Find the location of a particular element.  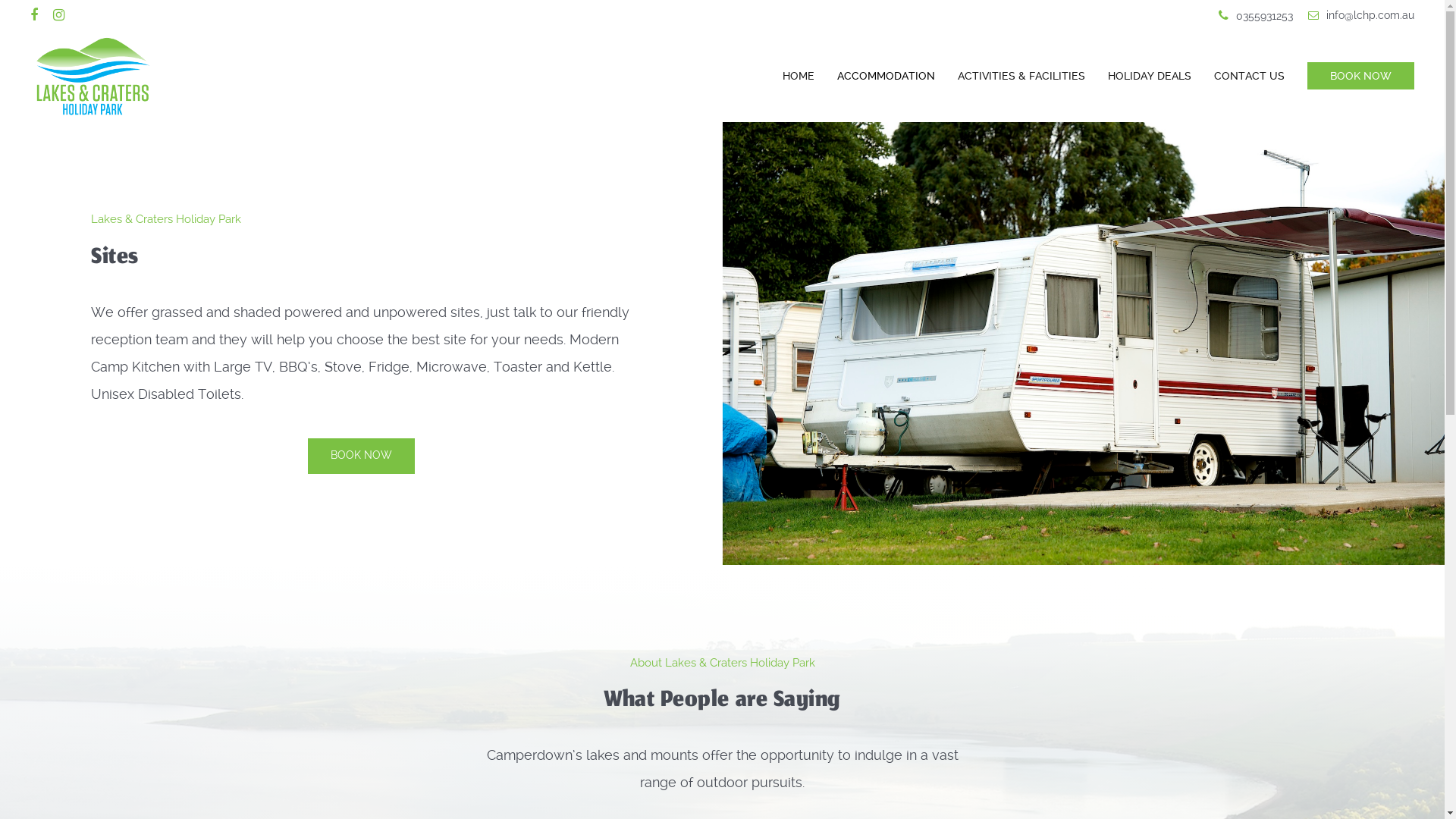

'ACTIVITIES & FACILITIES' is located at coordinates (1021, 76).